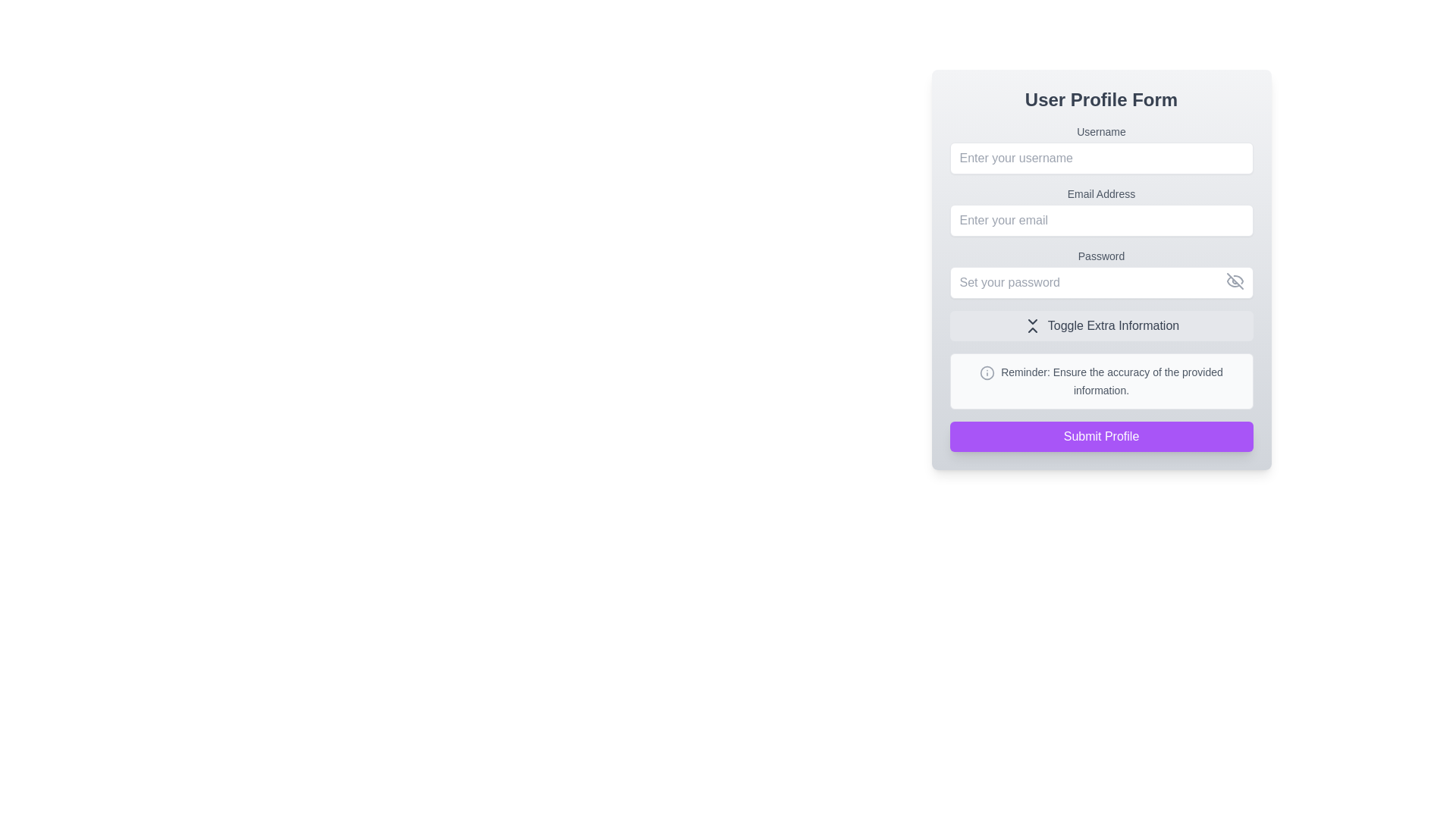 Image resolution: width=1456 pixels, height=819 pixels. What do you see at coordinates (1031, 325) in the screenshot?
I see `the 'Toggle Extra Information' button` at bounding box center [1031, 325].